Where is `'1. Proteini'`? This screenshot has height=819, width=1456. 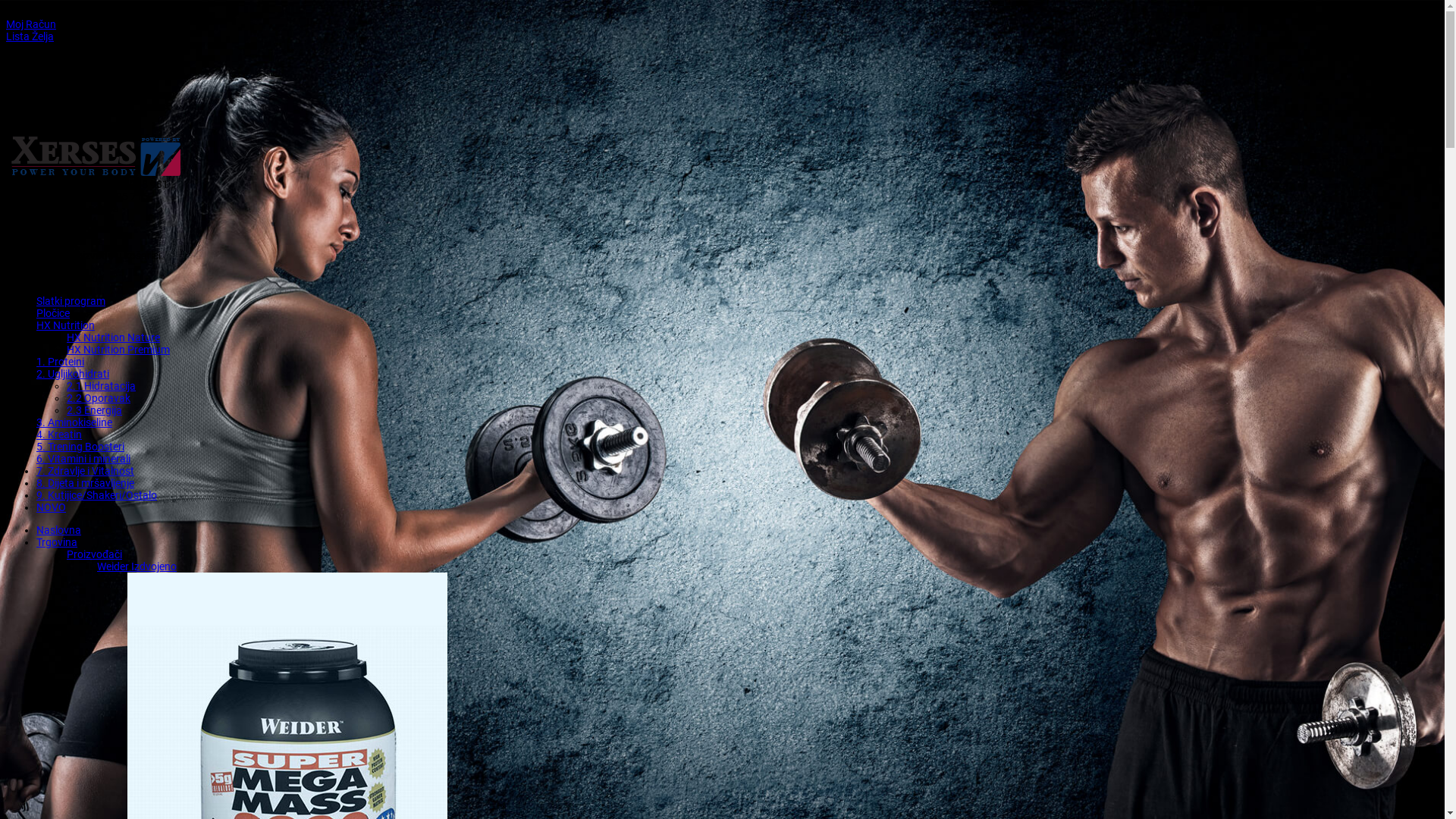
'1. Proteini' is located at coordinates (60, 362).